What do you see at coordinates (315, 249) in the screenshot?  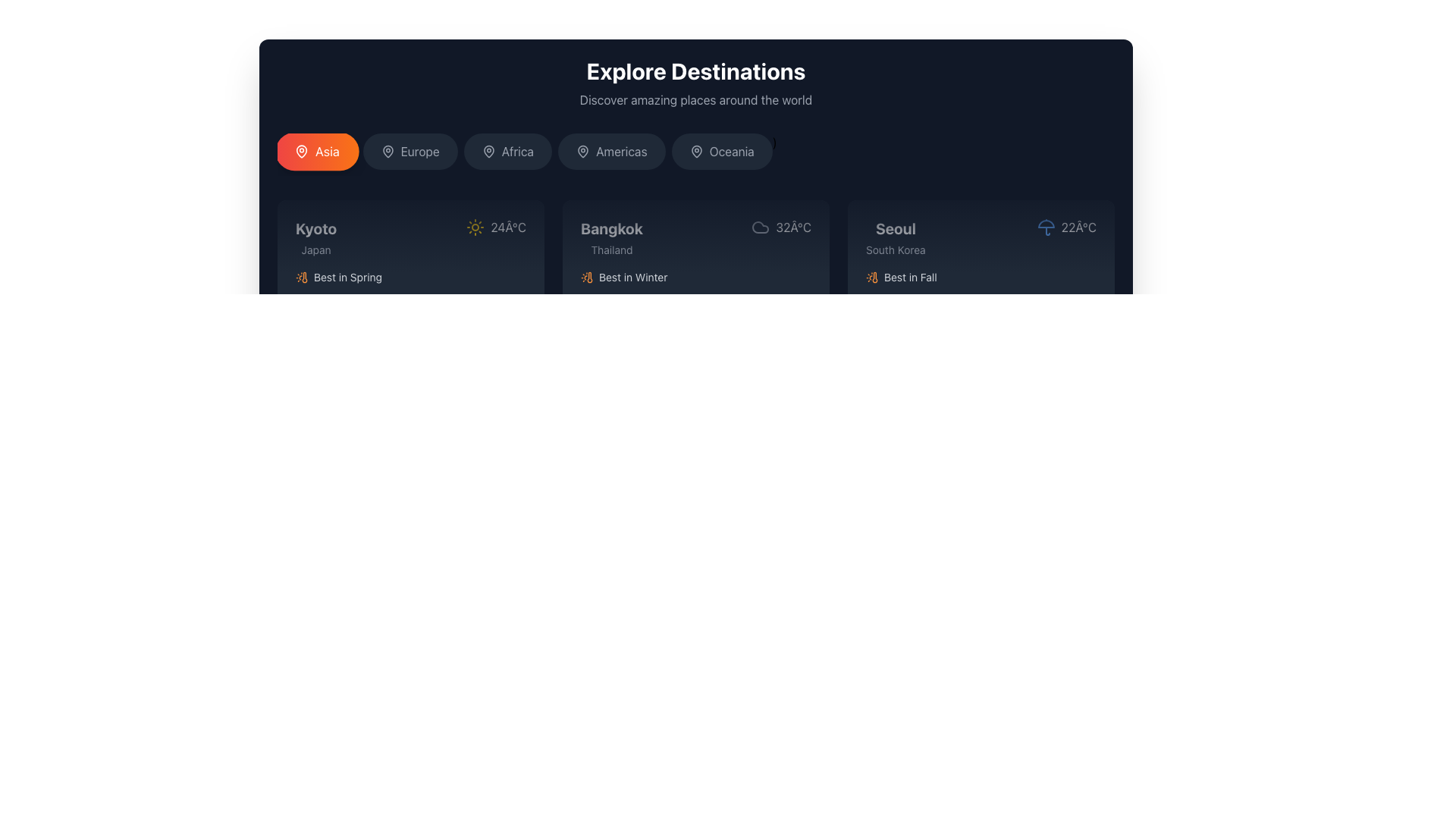 I see `the text label indicating the country corresponding to the city 'Kyoto', located below the 'Kyoto' text in the first card of the horizontal list of destination cards` at bounding box center [315, 249].